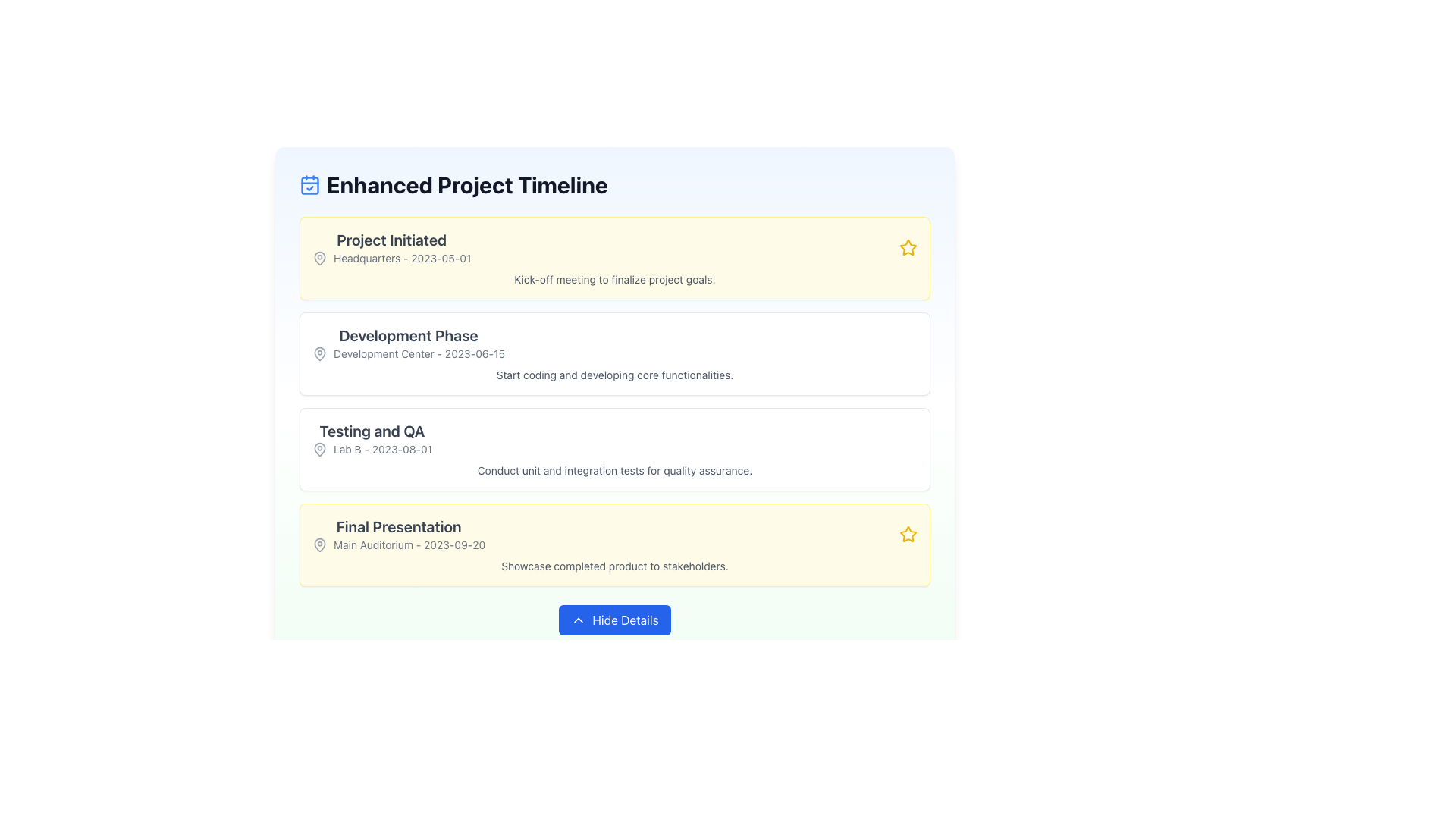 The height and width of the screenshot is (819, 1456). Describe the element at coordinates (319, 256) in the screenshot. I see `the geographical location icon associated with the 'Project Initiated' event, located beside 'Headquarters - 2023-05-01' in the timeline interface` at that location.